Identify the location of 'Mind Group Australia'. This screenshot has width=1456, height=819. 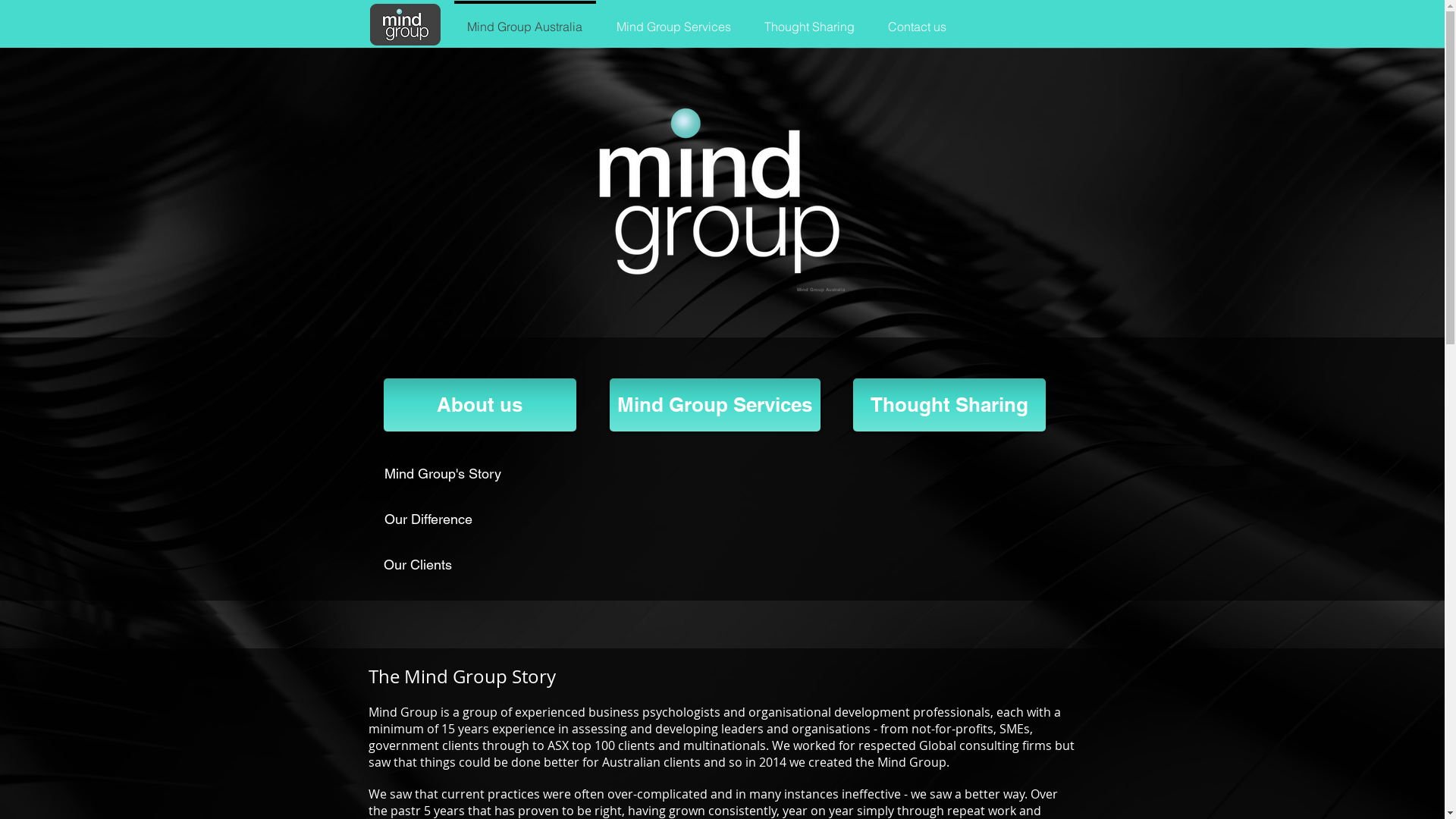
(525, 20).